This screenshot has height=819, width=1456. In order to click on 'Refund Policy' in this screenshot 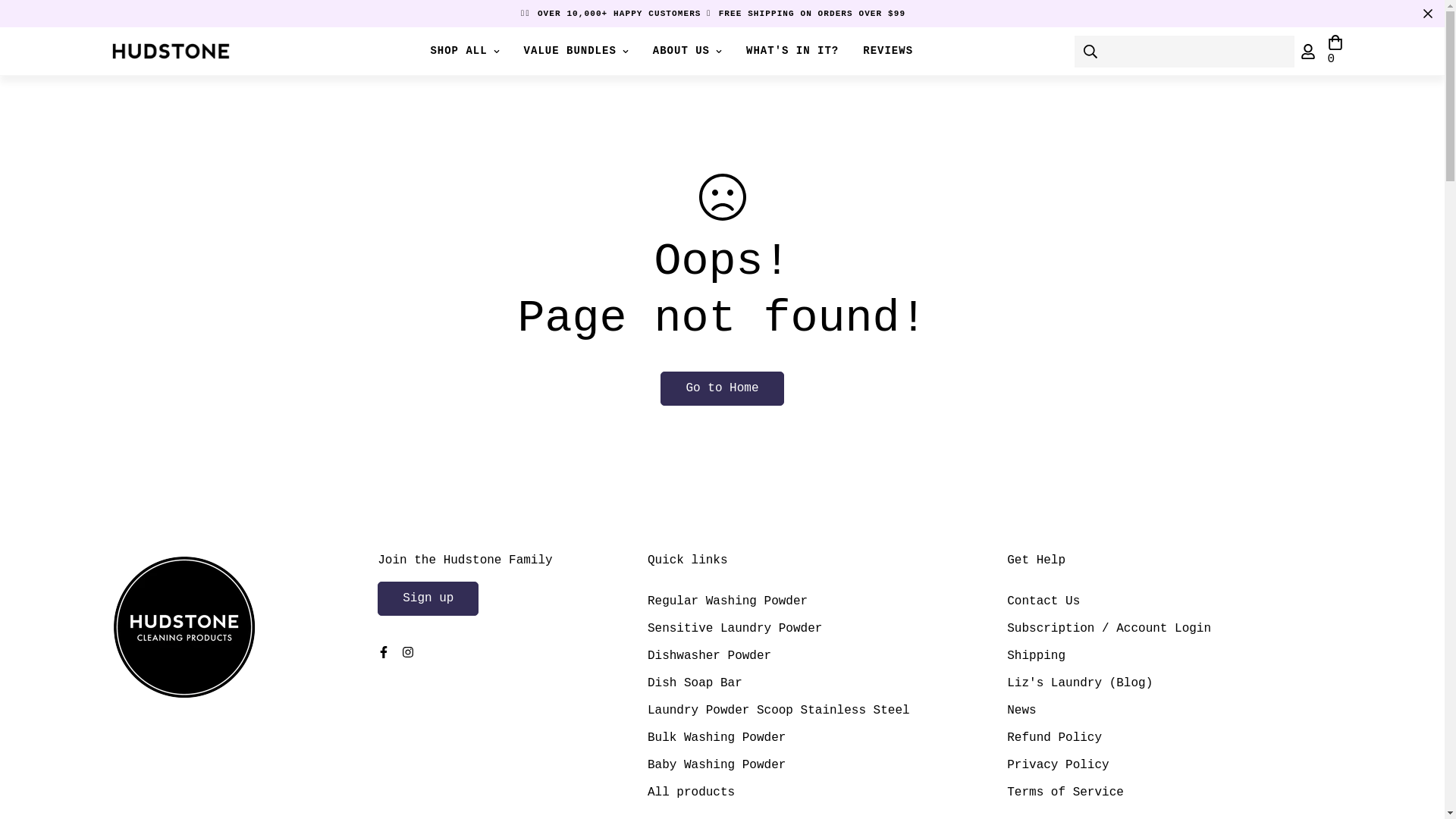, I will do `click(1053, 736)`.